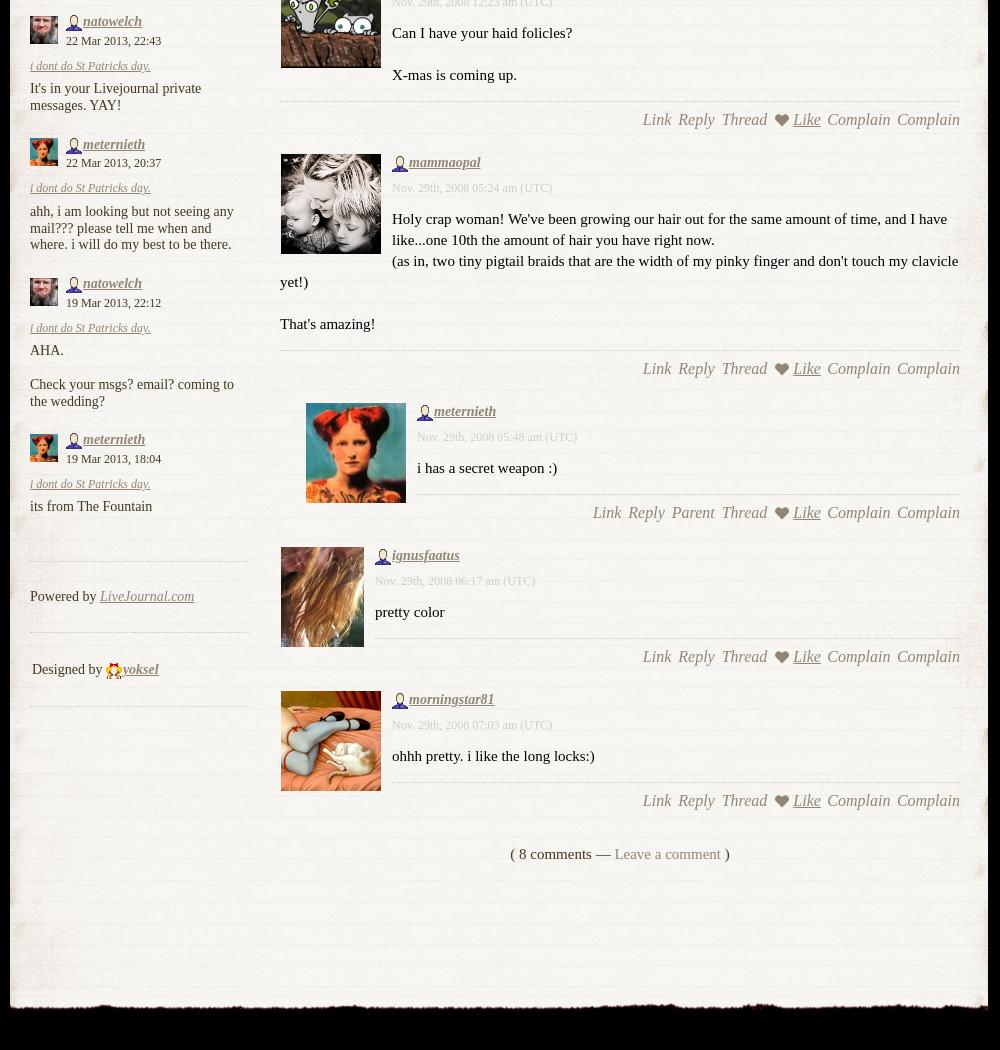  I want to click on 'ohhh pretty. i like the long locks:)', so click(492, 754).